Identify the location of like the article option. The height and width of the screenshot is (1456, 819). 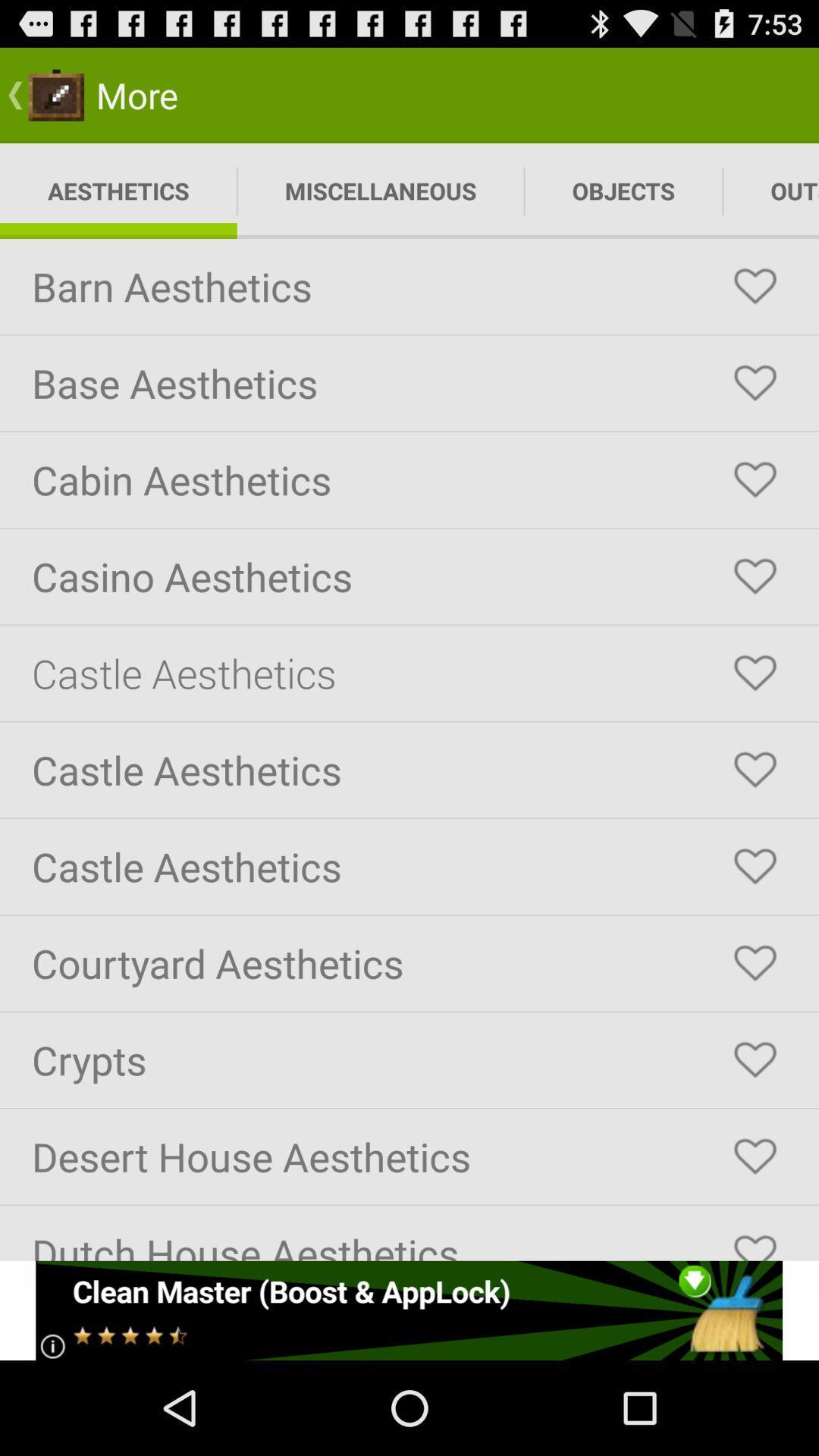
(755, 383).